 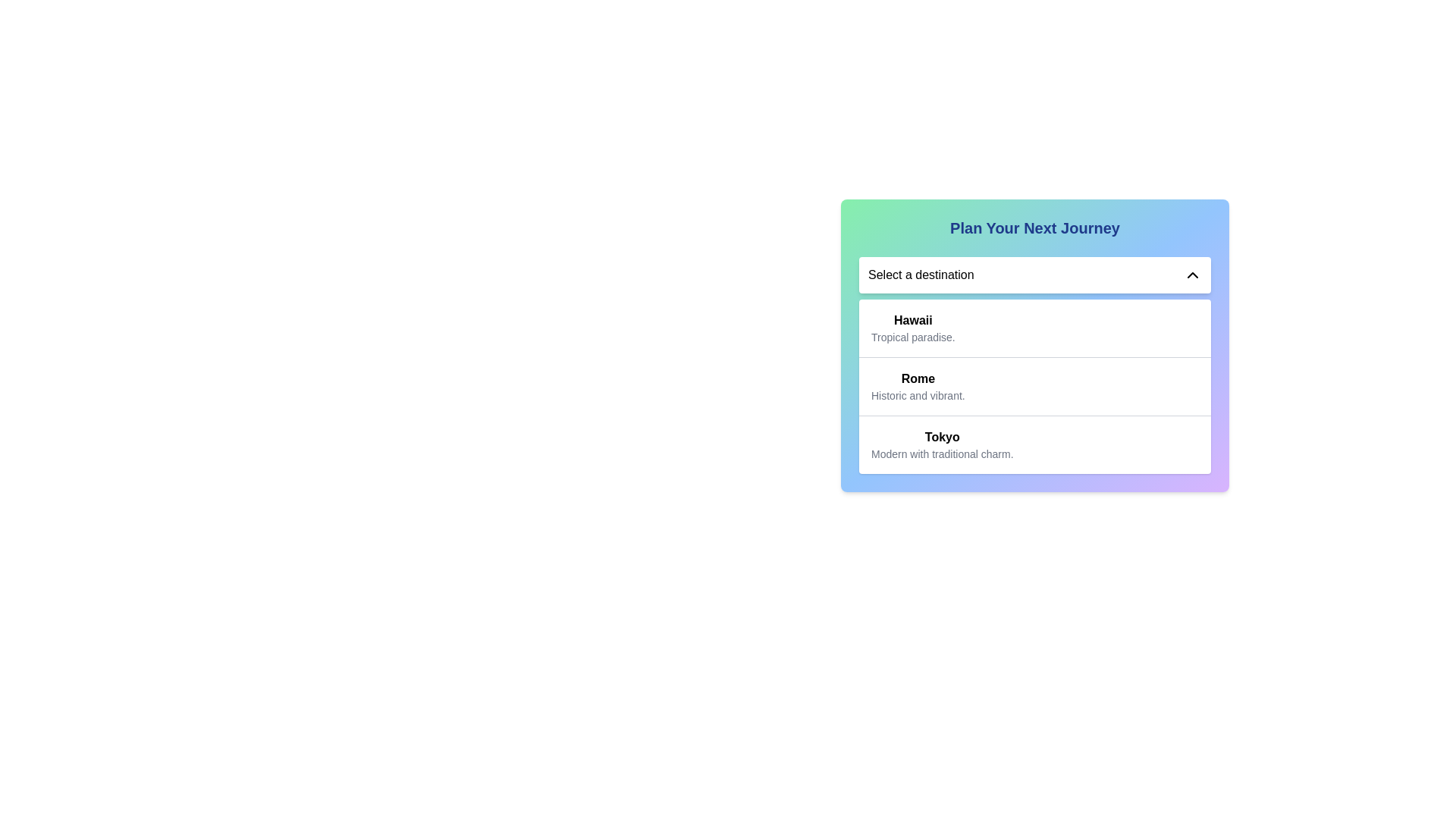 I want to click on the static text label element stating 'Tropical paradise.' located under the main label 'Hawaii' within the dropdown interface titled 'Plan Your Next Journey.', so click(x=912, y=336).